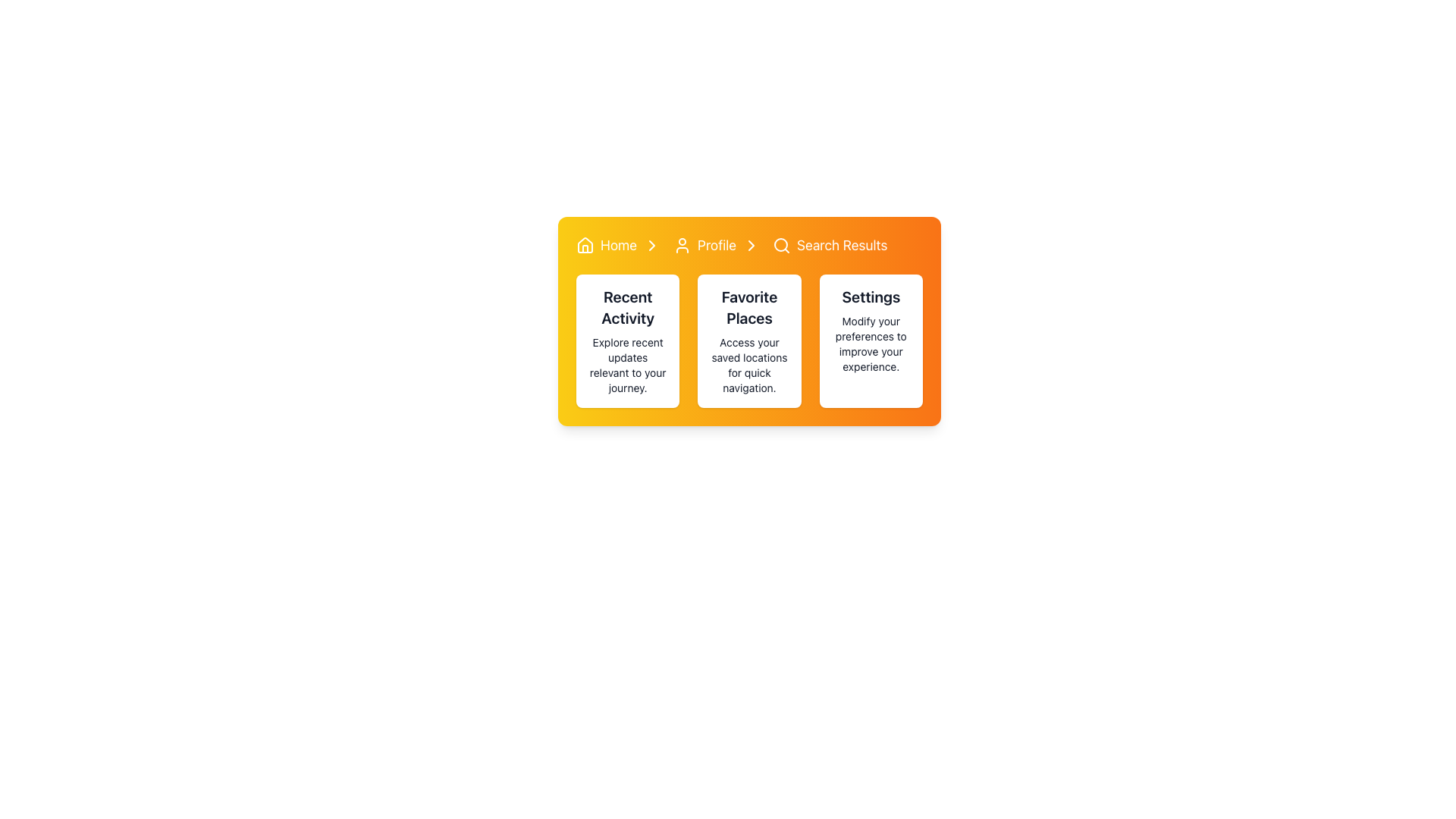 Image resolution: width=1456 pixels, height=819 pixels. What do you see at coordinates (752, 245) in the screenshot?
I see `the chevron icon in the breadcrumb navigation bar` at bounding box center [752, 245].